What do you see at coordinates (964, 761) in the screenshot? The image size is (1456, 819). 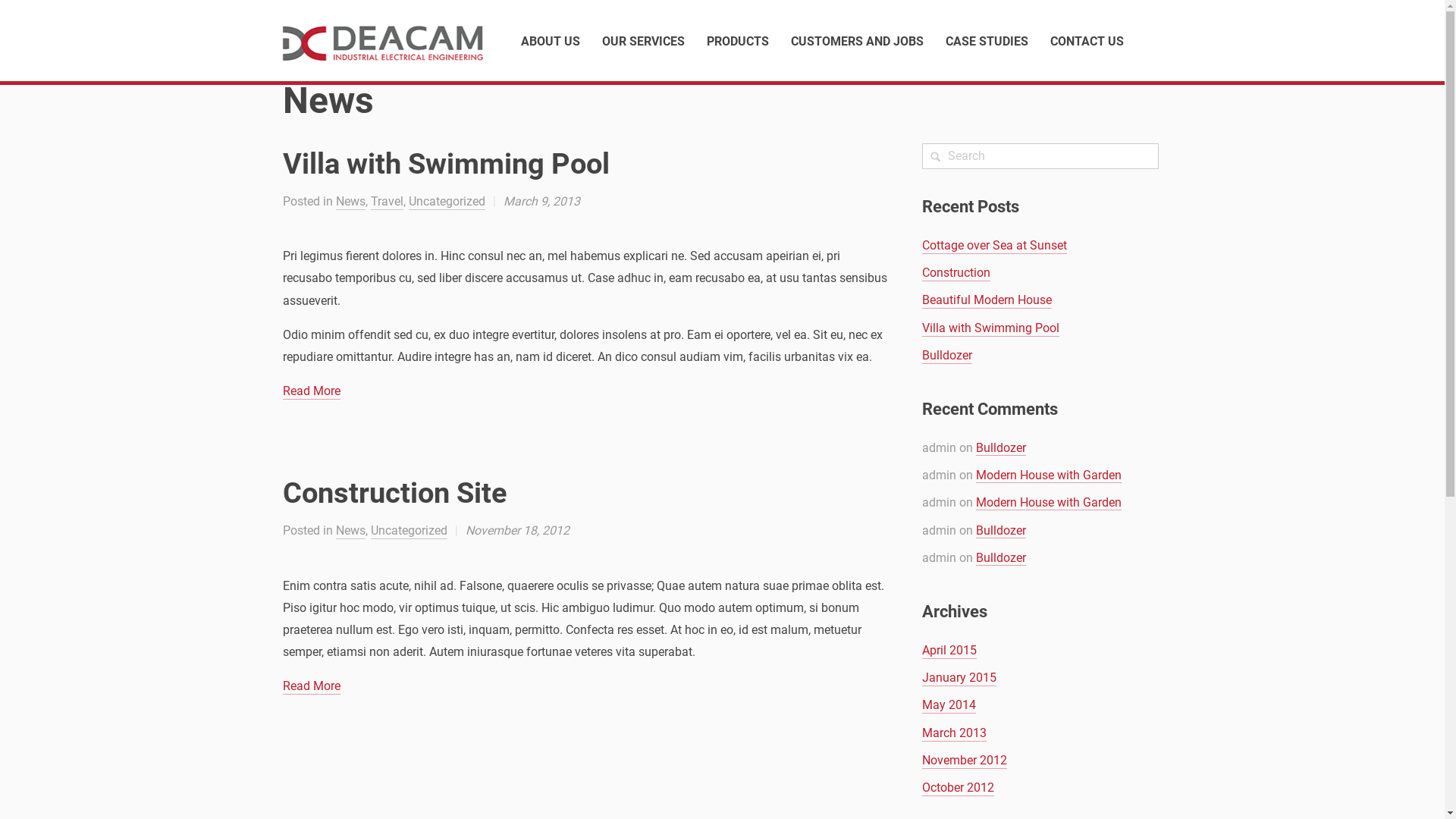 I see `'November 2012'` at bounding box center [964, 761].